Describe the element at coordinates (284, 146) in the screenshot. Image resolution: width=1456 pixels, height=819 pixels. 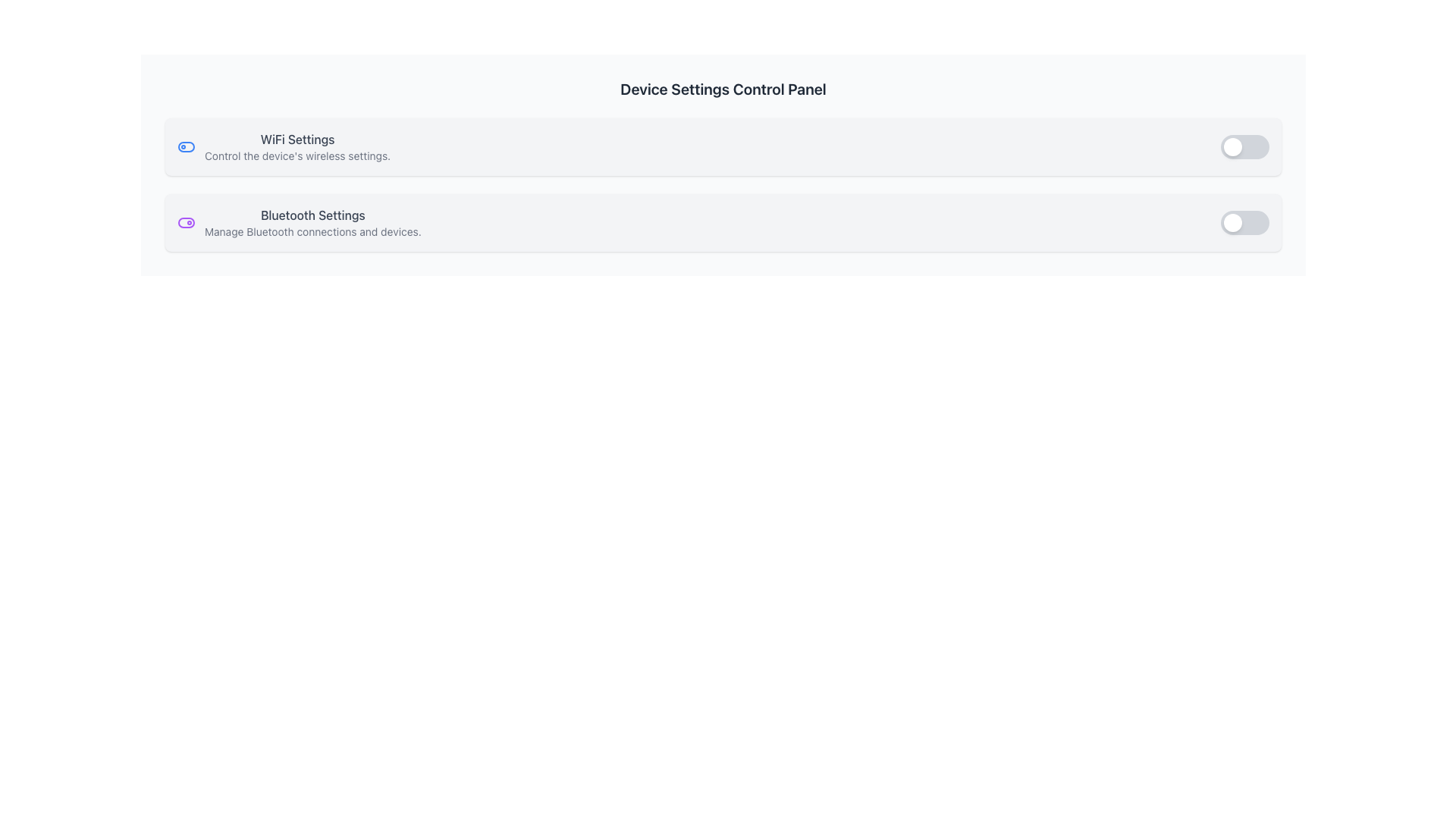
I see `the 'WiFi Settings' informational text block` at that location.